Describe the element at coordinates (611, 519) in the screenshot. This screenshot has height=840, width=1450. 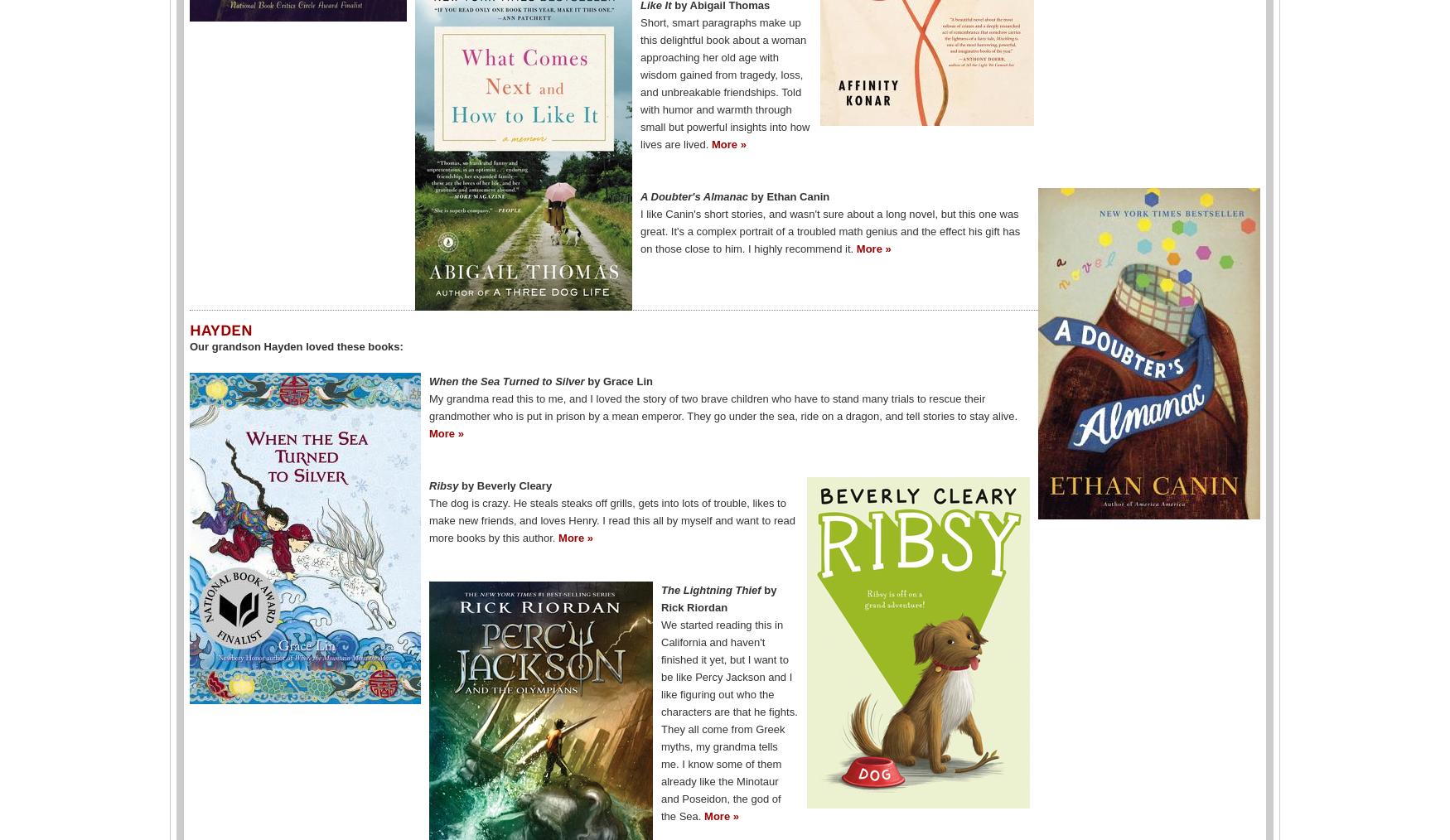
I see `'The dog is crazy. He steals steaks off grills, gets into lots of trouble, likes to make new friends, and loves Henry. I read this all by myself and want to read more books by this author.'` at that location.